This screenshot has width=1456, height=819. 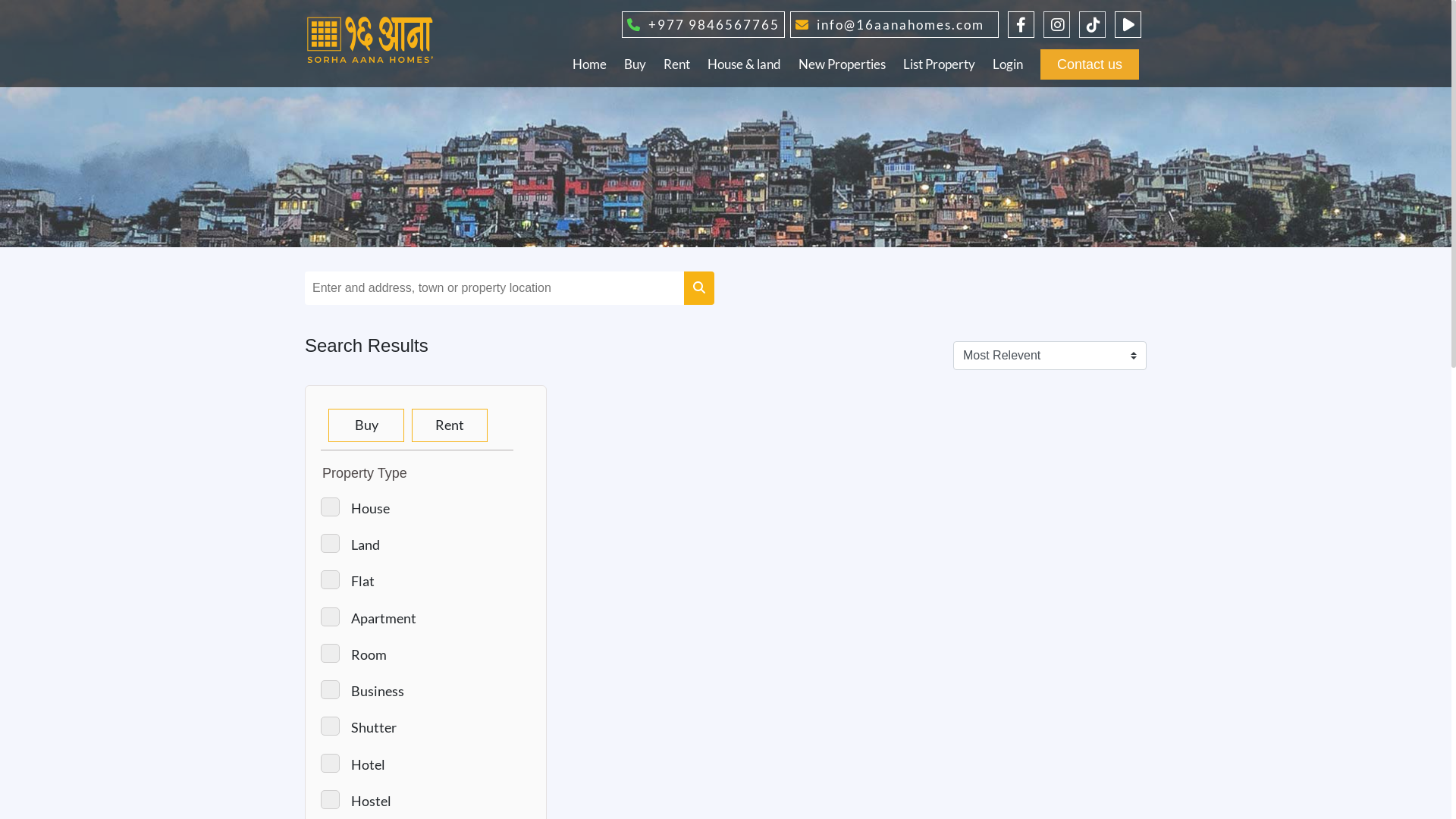 What do you see at coordinates (1008, 63) in the screenshot?
I see `'Login'` at bounding box center [1008, 63].